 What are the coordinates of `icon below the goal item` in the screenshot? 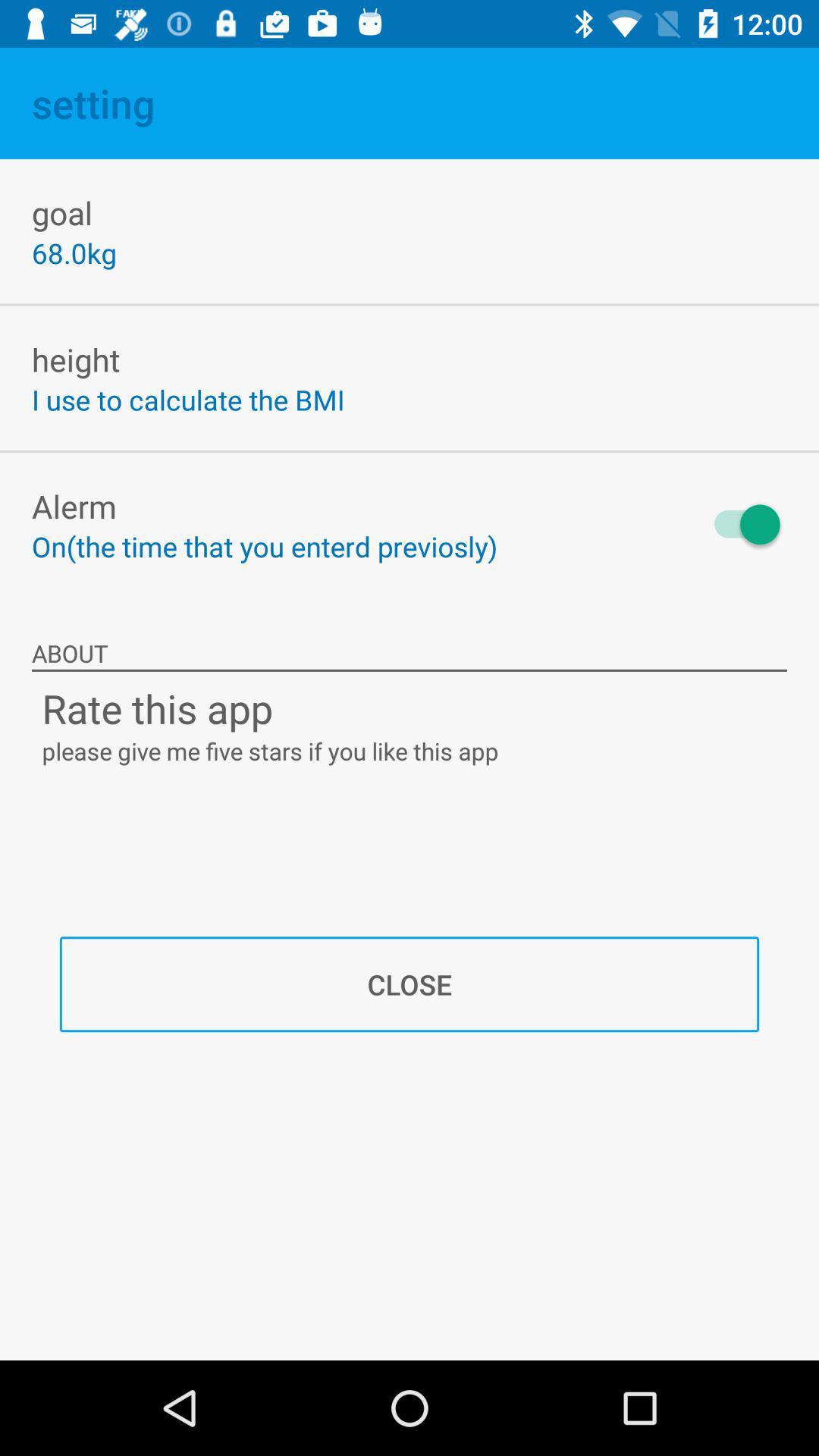 It's located at (74, 253).